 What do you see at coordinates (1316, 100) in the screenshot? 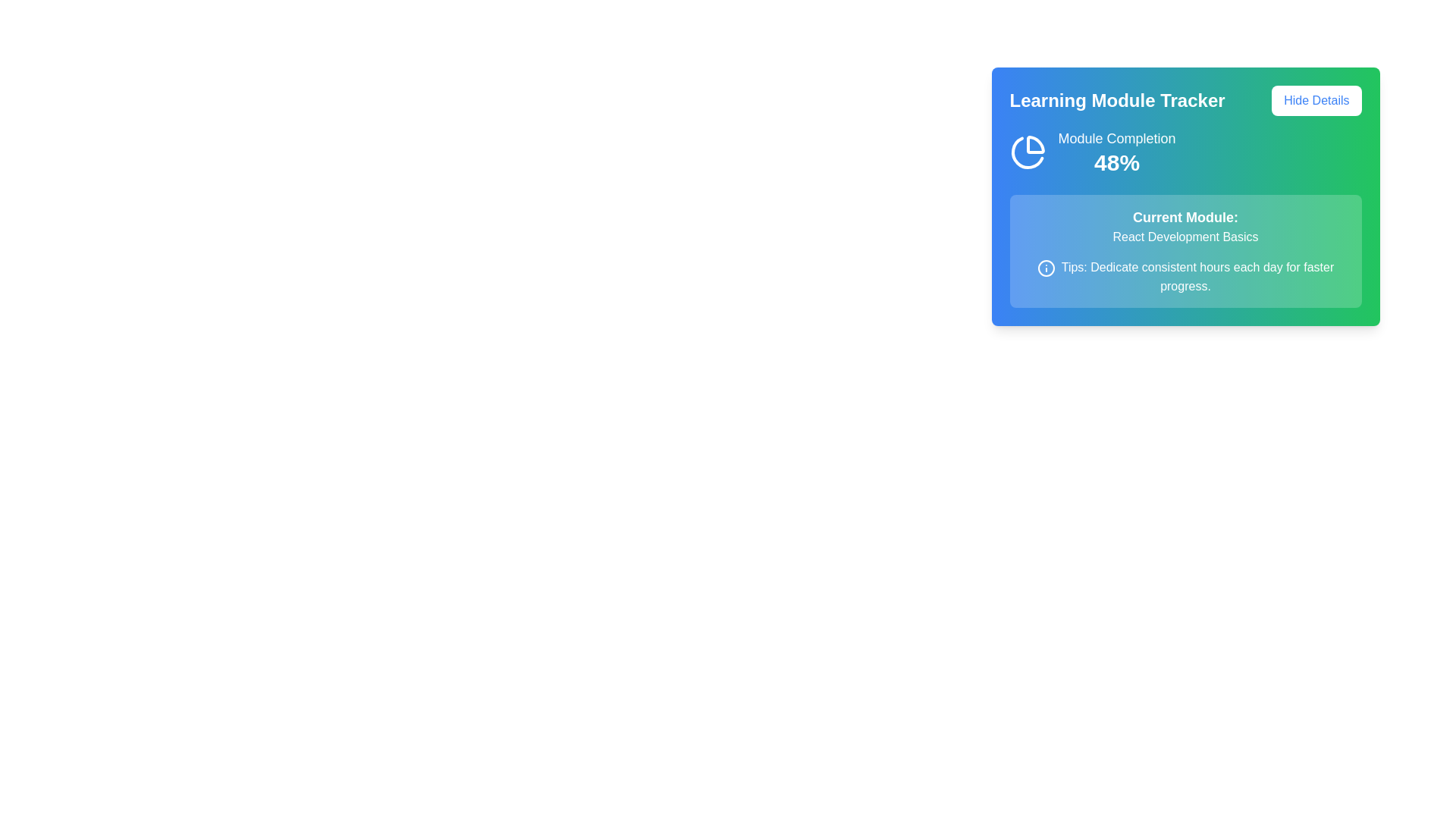
I see `the 'Hide Details' button located at the top-right corner of the 'Learning Module Tracker' section to hide the associated details` at bounding box center [1316, 100].